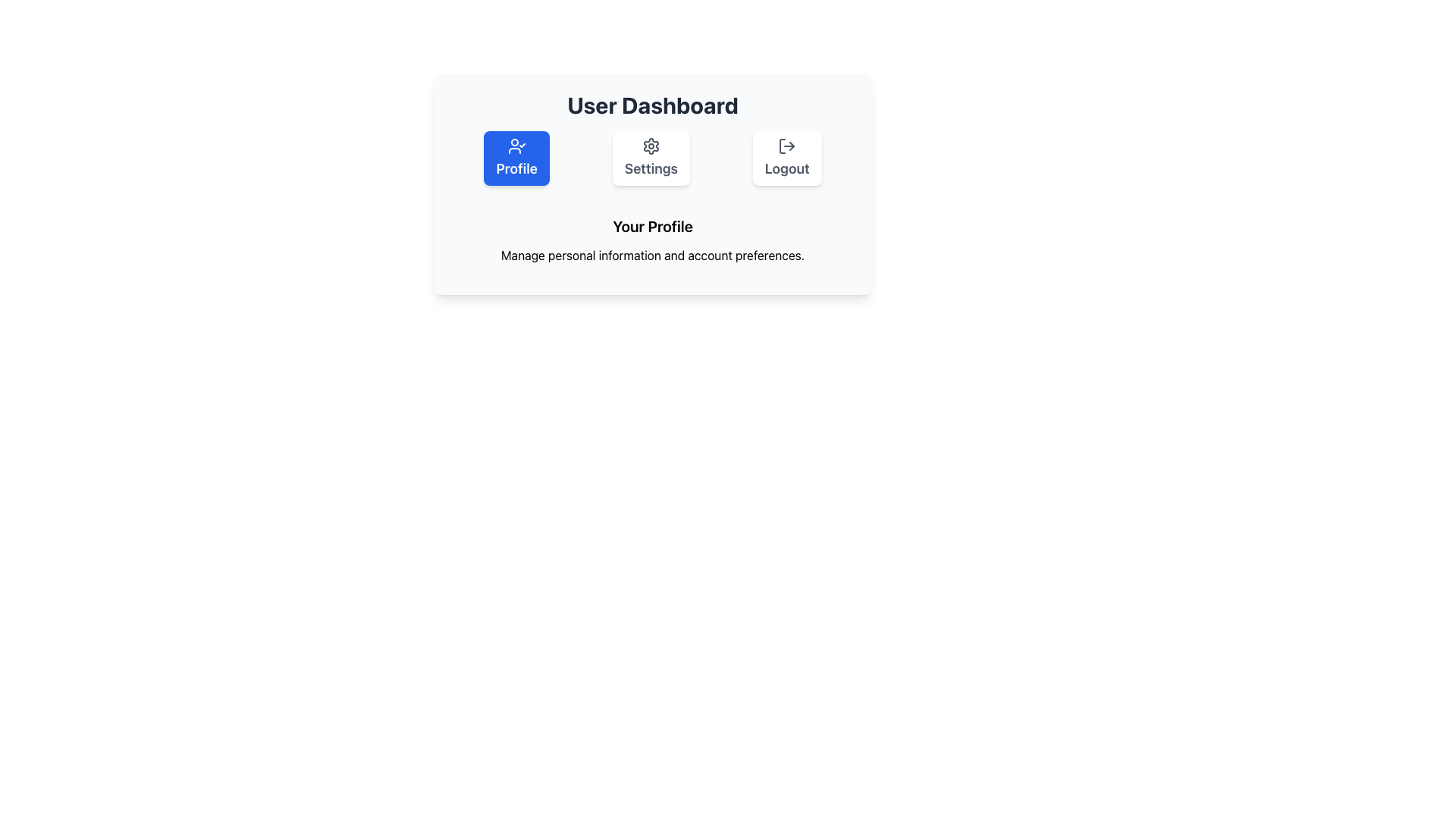 This screenshot has width=1456, height=819. I want to click on the triangular icon representing the logout action, which is the arrowhead of the SVG icon, so click(791, 146).